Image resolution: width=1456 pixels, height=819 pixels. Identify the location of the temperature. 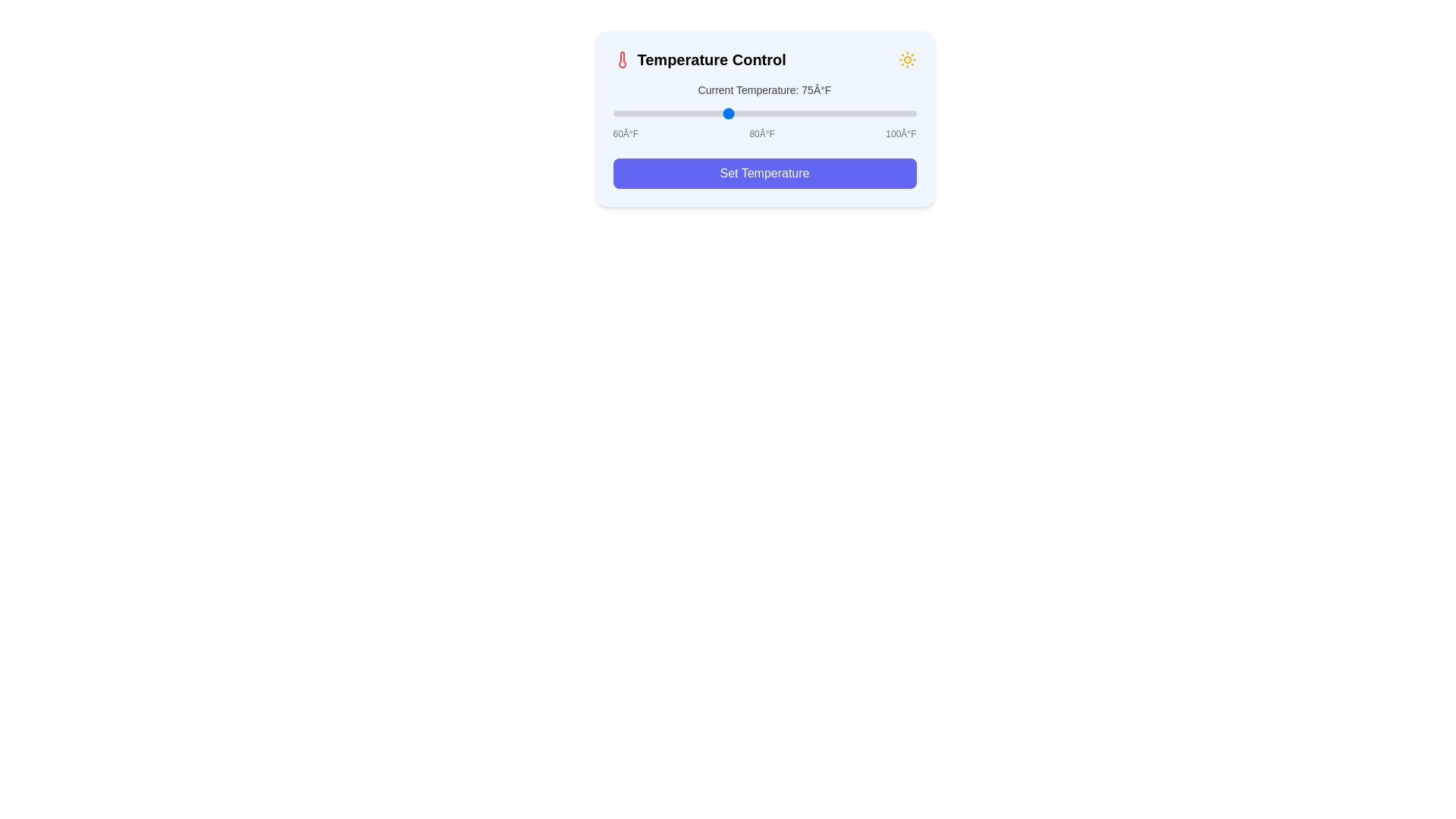
(839, 113).